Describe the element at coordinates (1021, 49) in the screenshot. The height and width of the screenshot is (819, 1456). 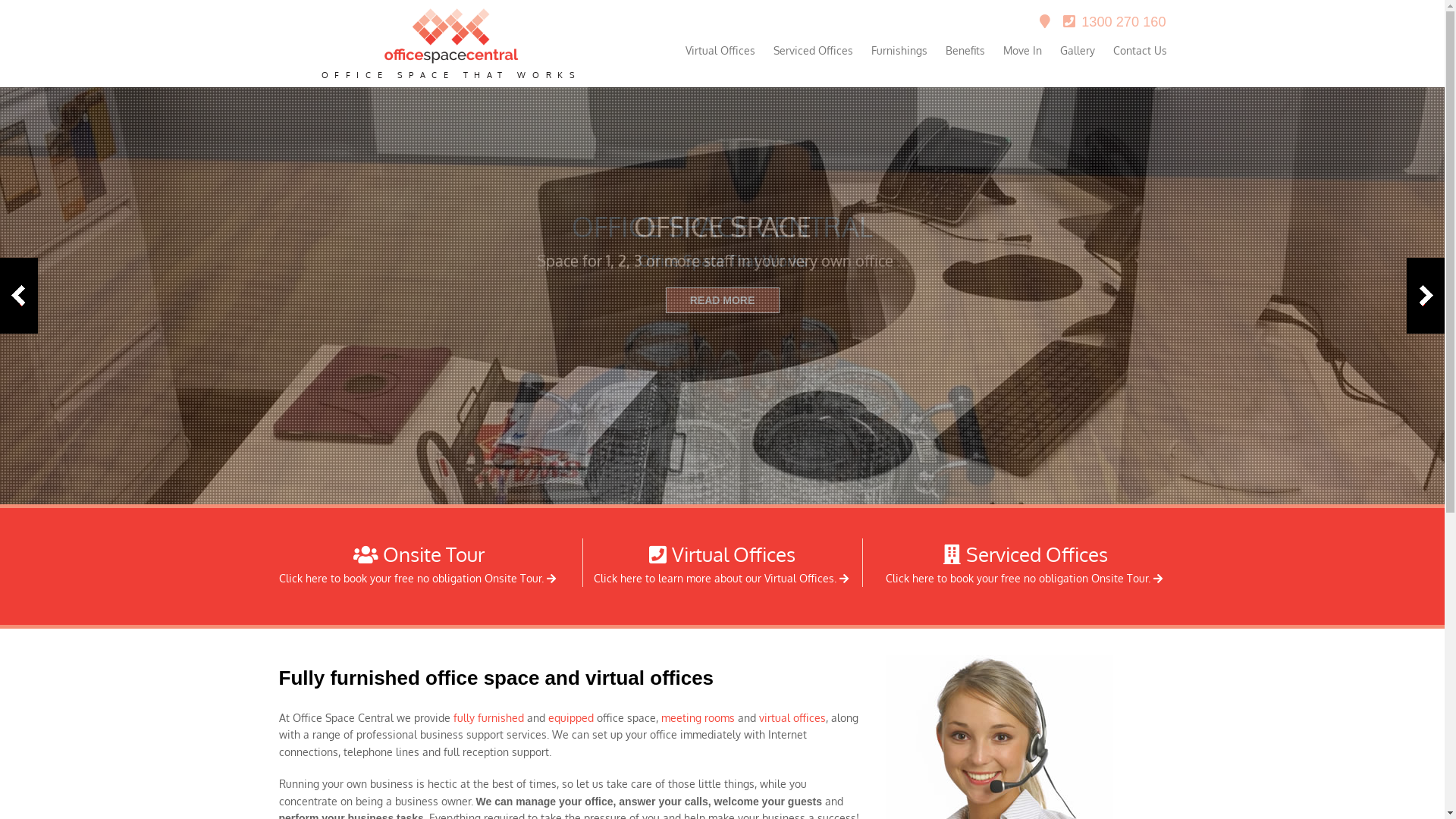
I see `'Move In'` at that location.